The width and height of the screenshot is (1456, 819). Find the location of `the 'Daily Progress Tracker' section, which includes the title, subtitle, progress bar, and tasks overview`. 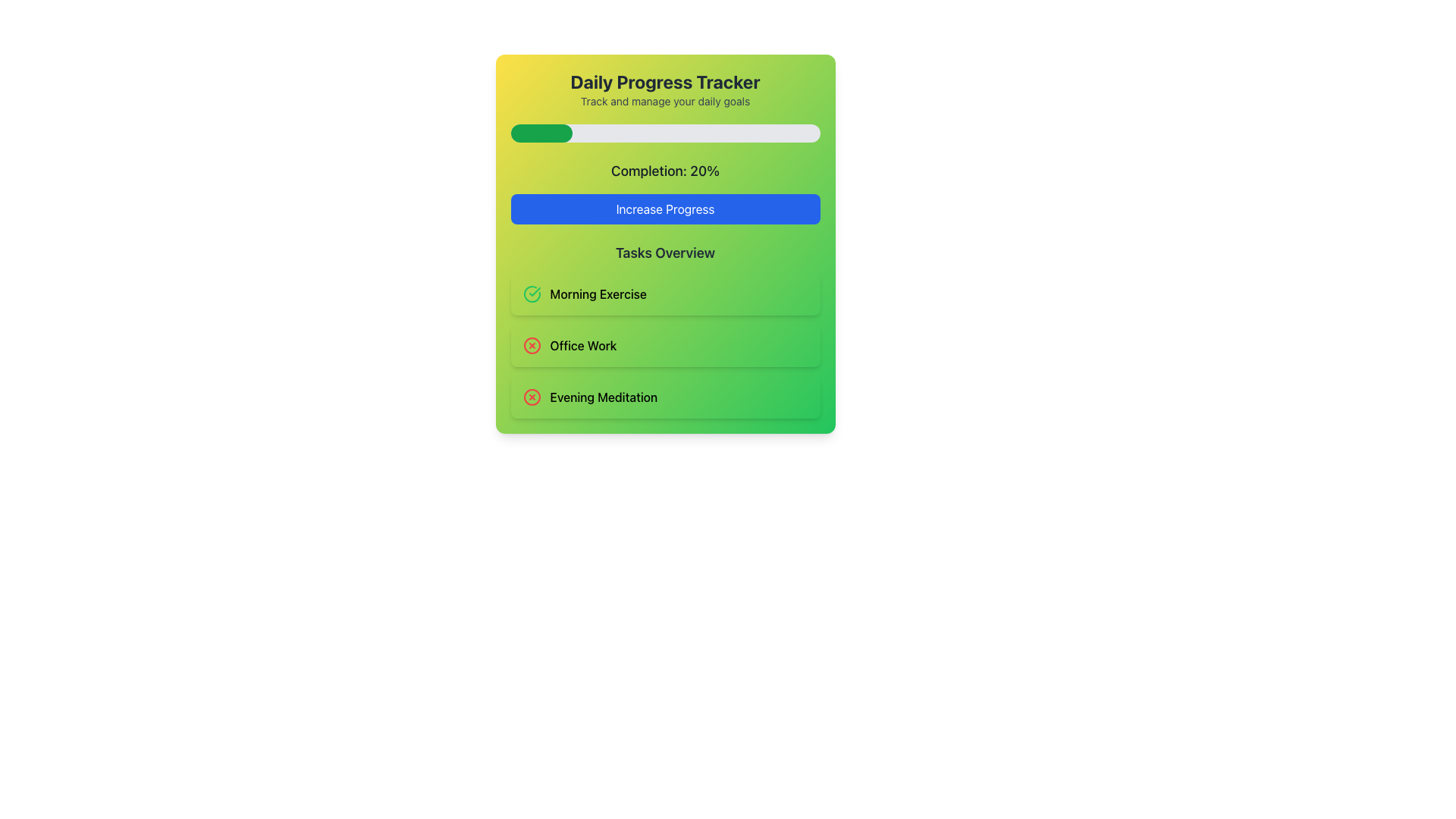

the 'Daily Progress Tracker' section, which includes the title, subtitle, progress bar, and tasks overview is located at coordinates (665, 243).